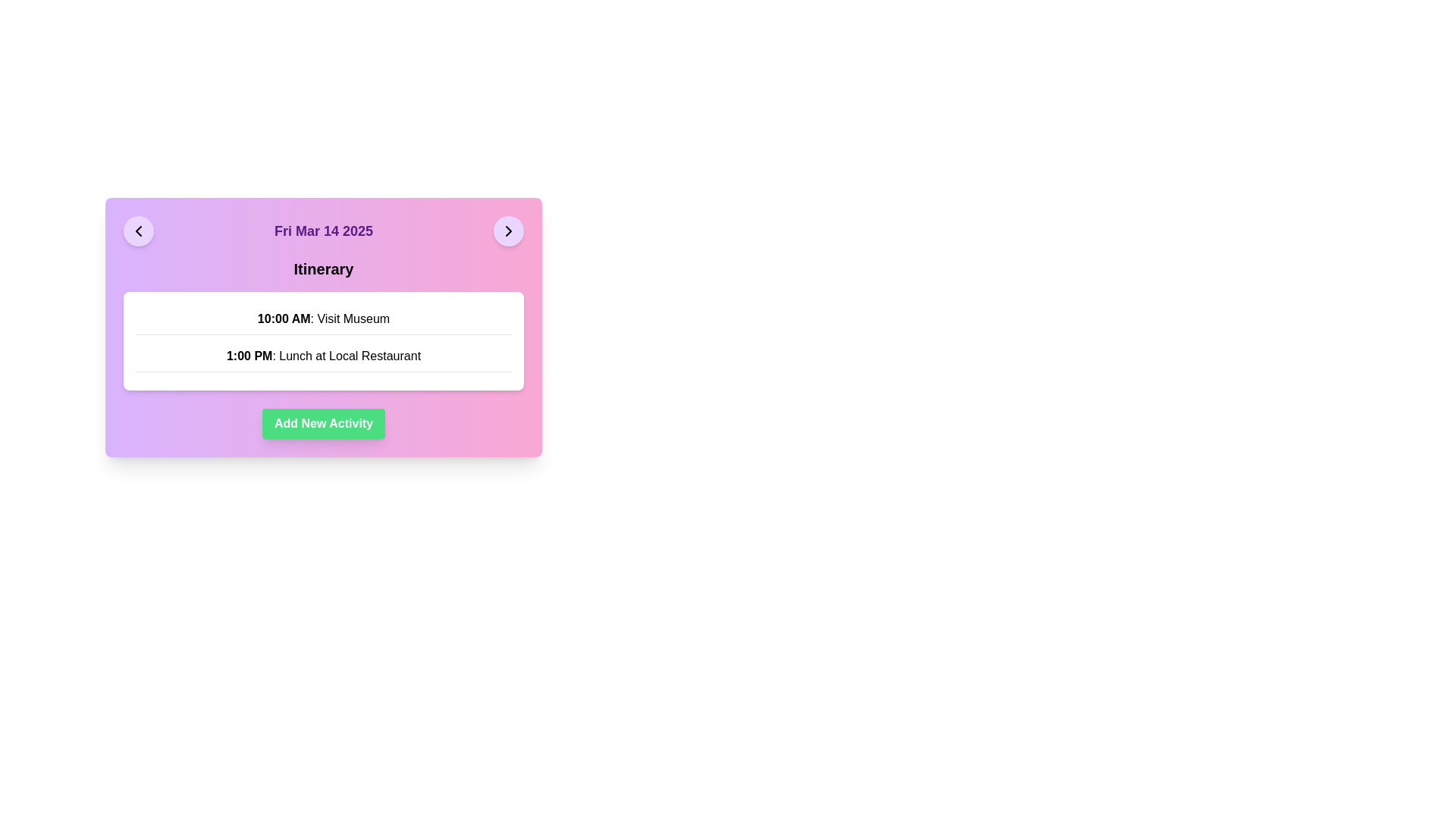 This screenshot has width=1456, height=819. I want to click on the button located beneath the itinerary items to initiate the process of adding a new activity to the itinerary, so click(323, 424).